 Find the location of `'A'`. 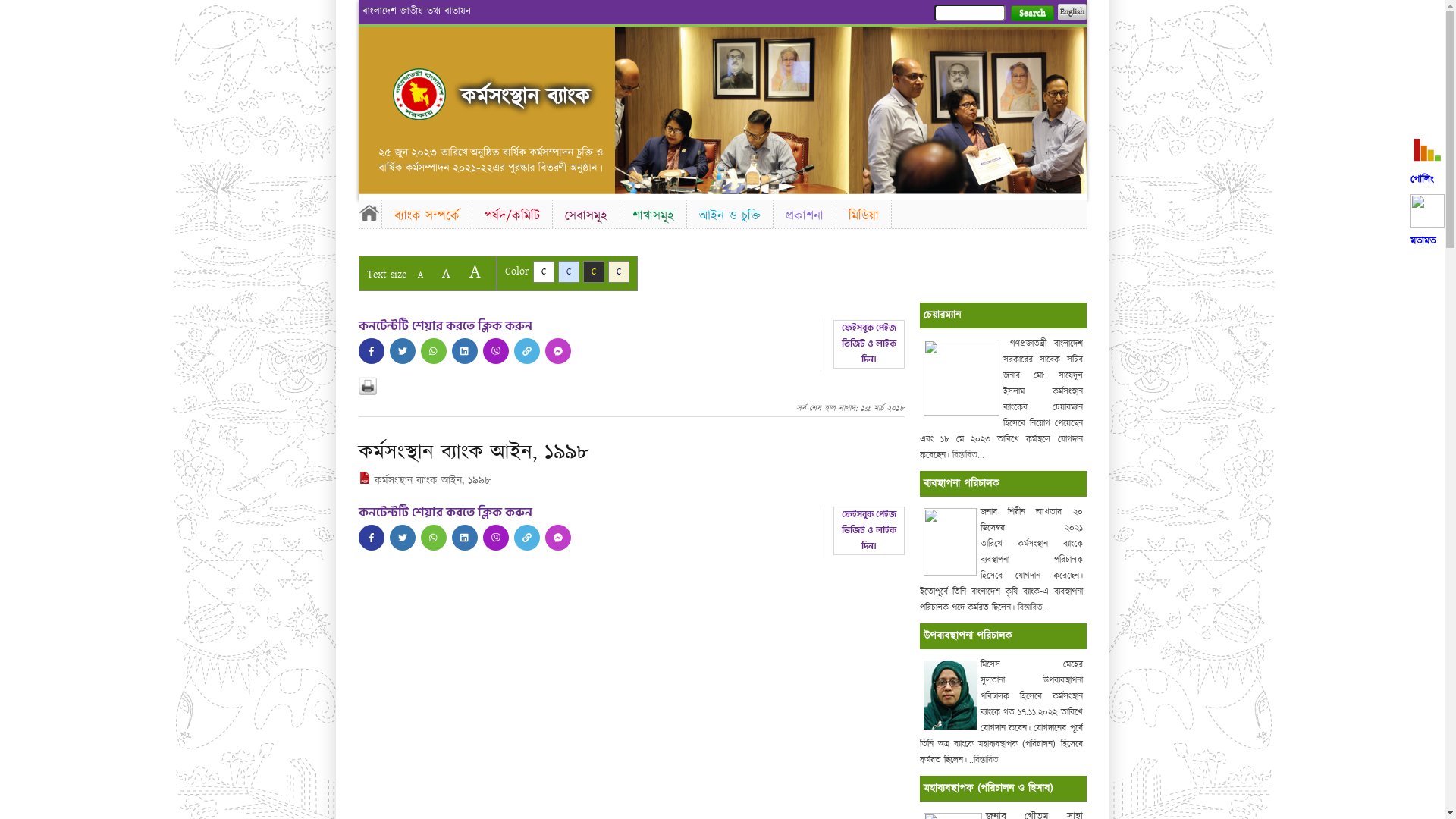

'A' is located at coordinates (409, 275).